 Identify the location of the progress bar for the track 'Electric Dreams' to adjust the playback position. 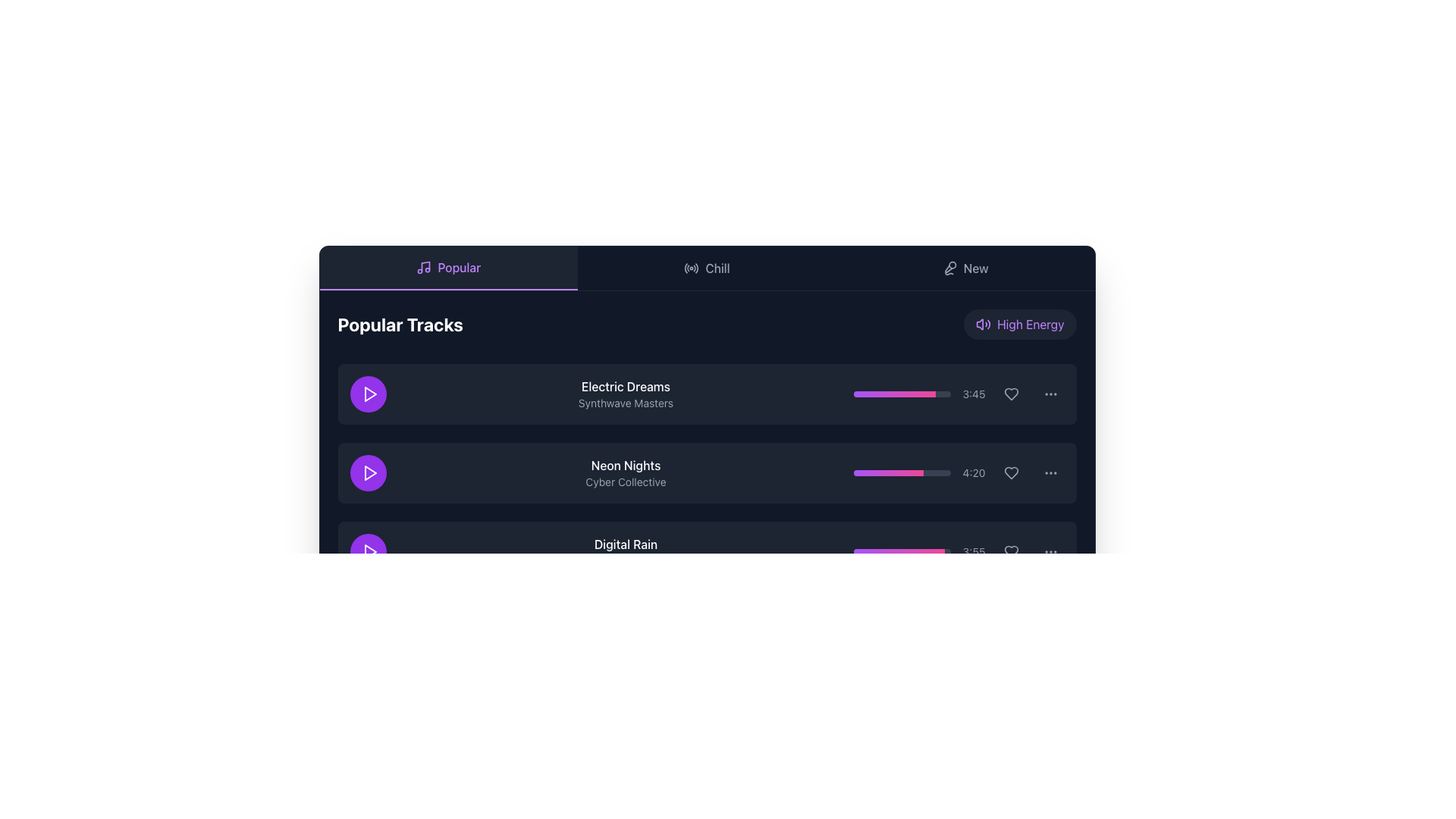
(894, 394).